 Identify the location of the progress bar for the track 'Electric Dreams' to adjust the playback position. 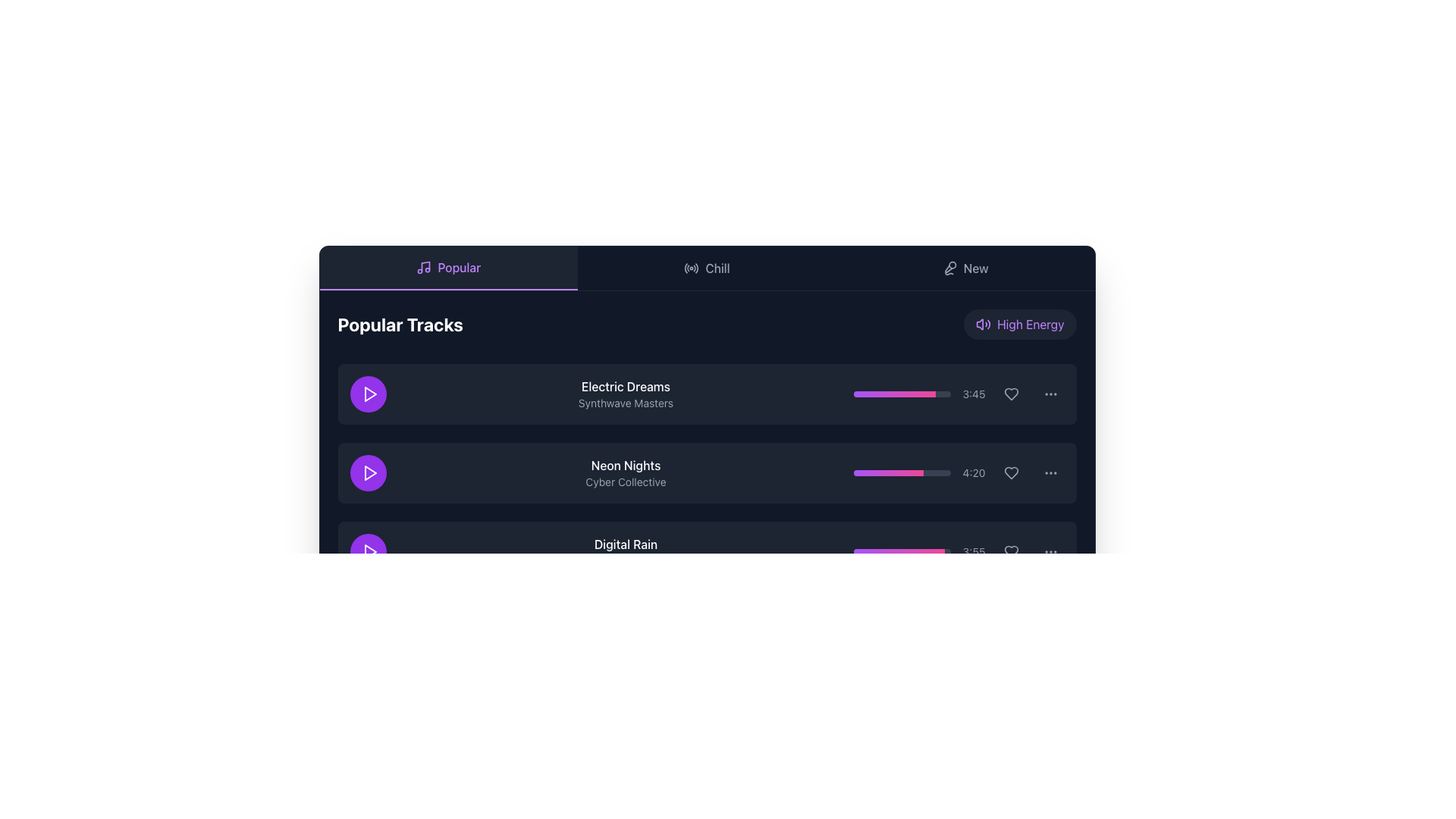
(894, 394).